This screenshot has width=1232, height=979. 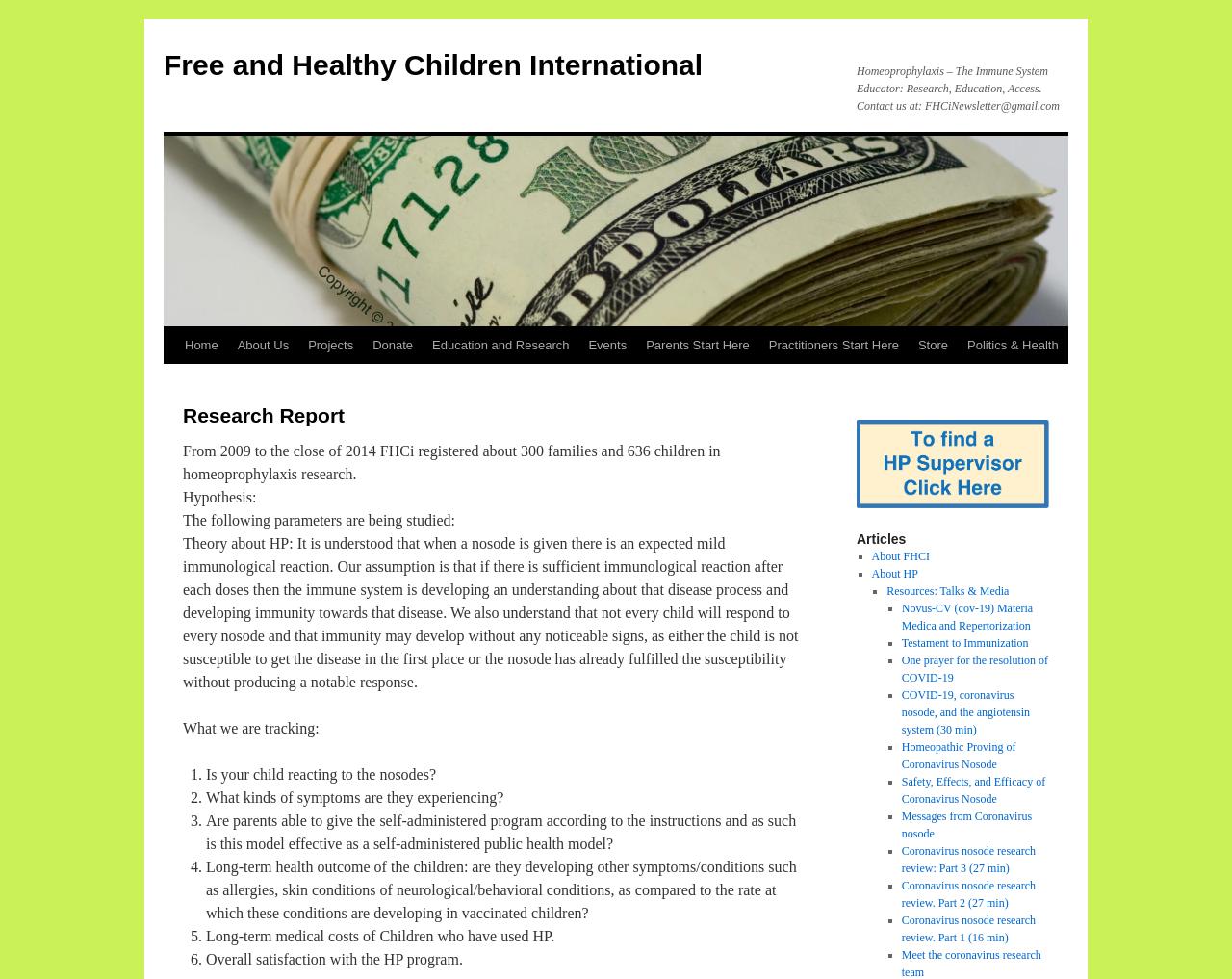 What do you see at coordinates (972, 789) in the screenshot?
I see `'Safety, Effects, and Efficacy of Coronavirus Nosode'` at bounding box center [972, 789].